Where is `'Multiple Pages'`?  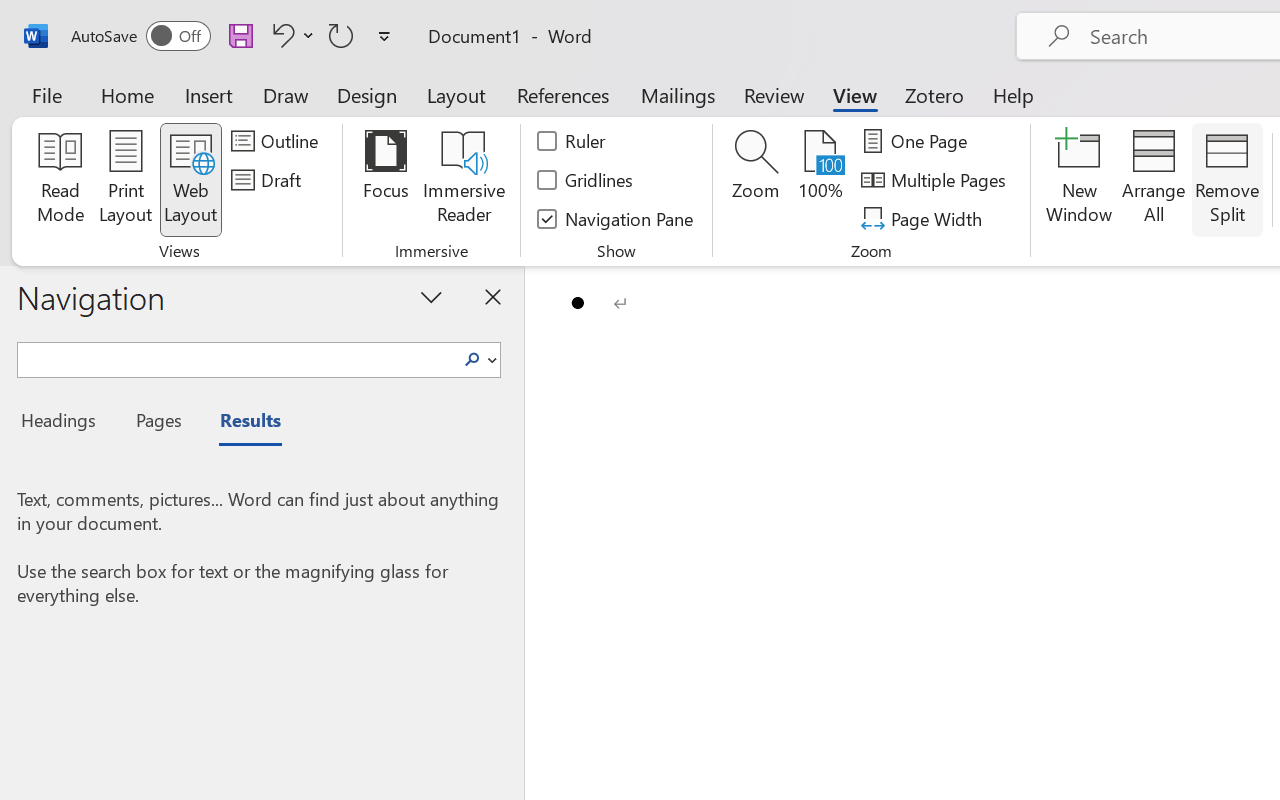
'Multiple Pages' is located at coordinates (935, 179).